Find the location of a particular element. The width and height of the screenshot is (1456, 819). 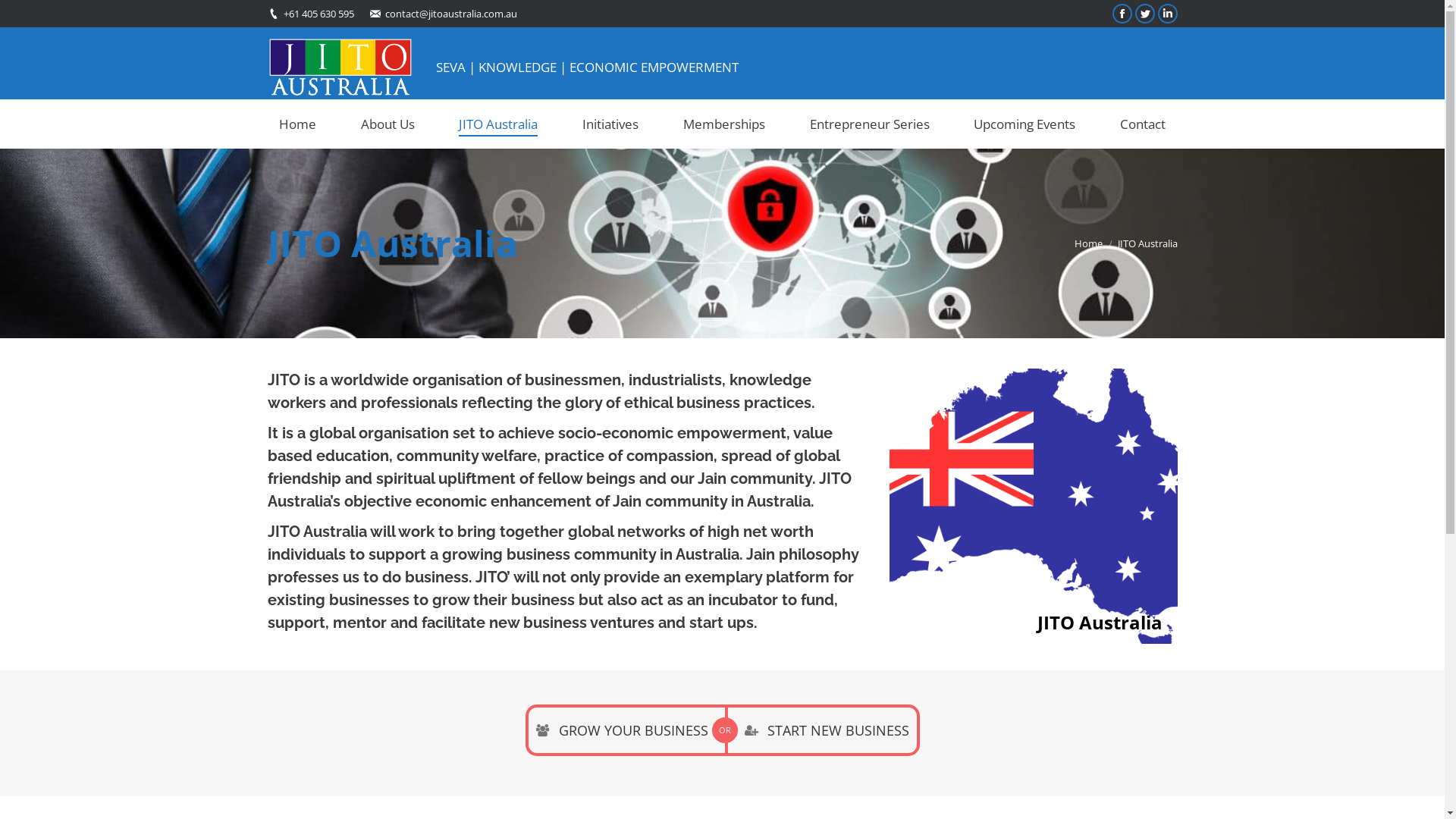

'Contact' is located at coordinates (1109, 123).